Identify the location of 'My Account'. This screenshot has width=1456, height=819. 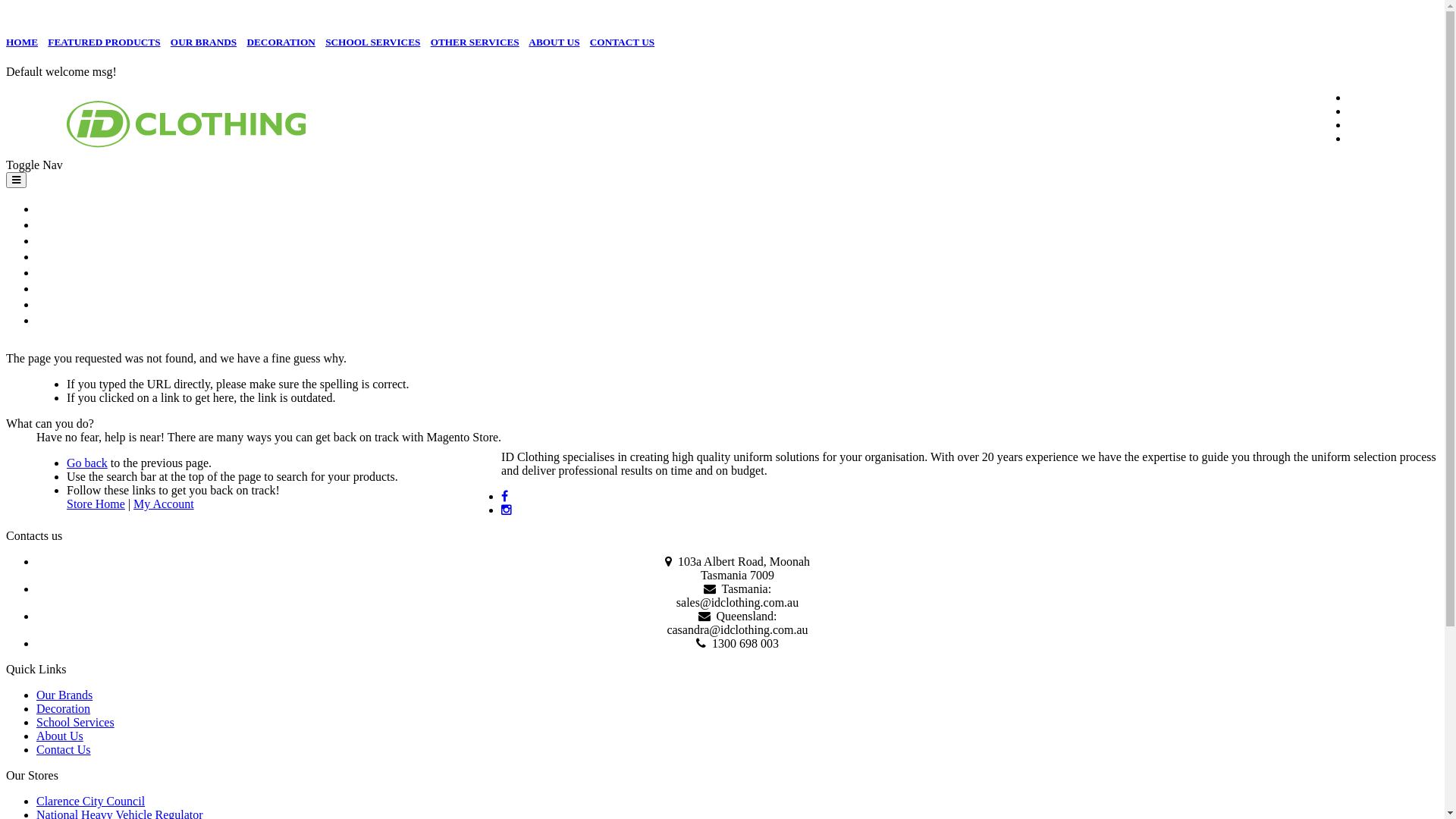
(133, 504).